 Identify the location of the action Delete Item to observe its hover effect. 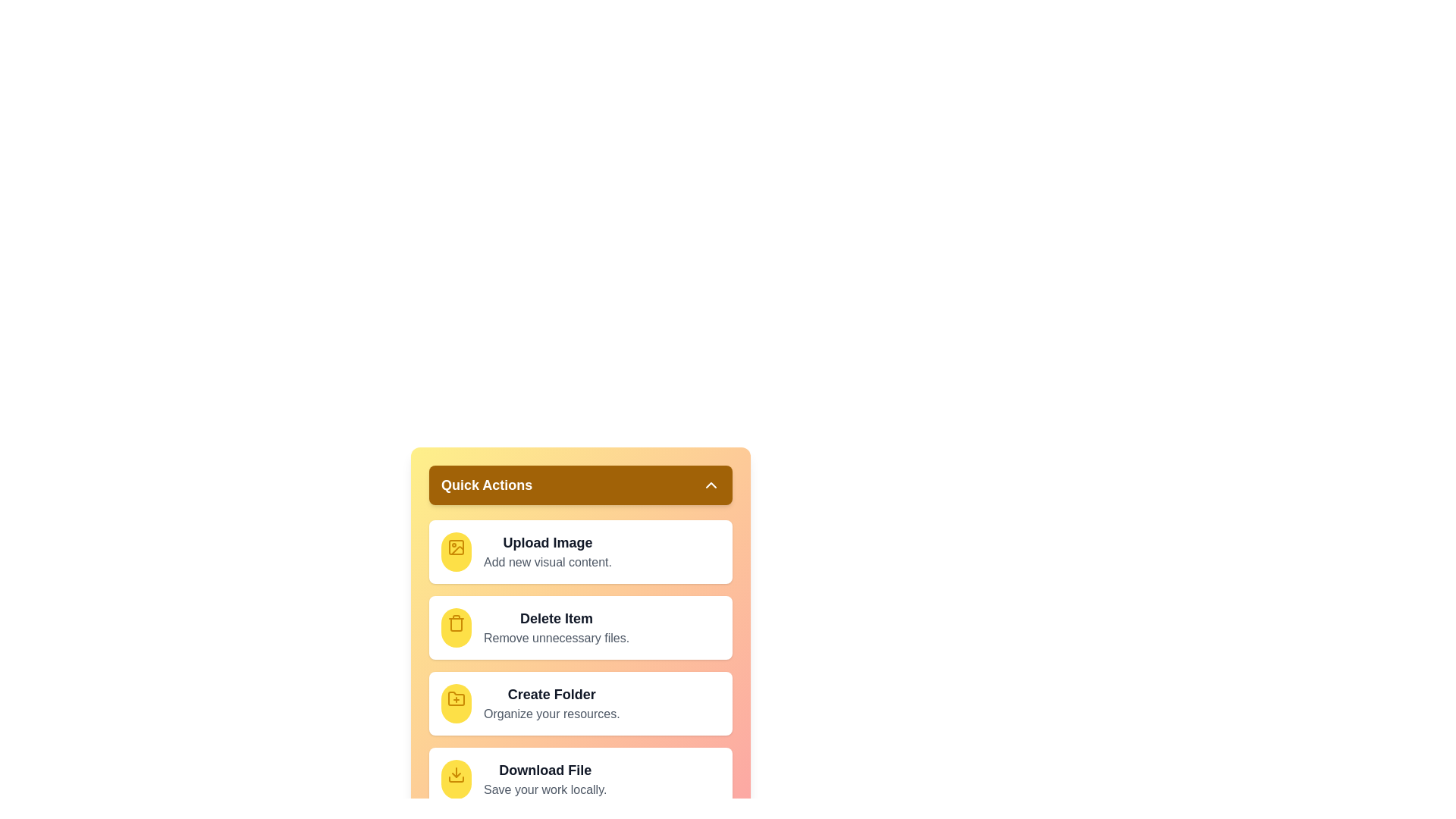
(455, 628).